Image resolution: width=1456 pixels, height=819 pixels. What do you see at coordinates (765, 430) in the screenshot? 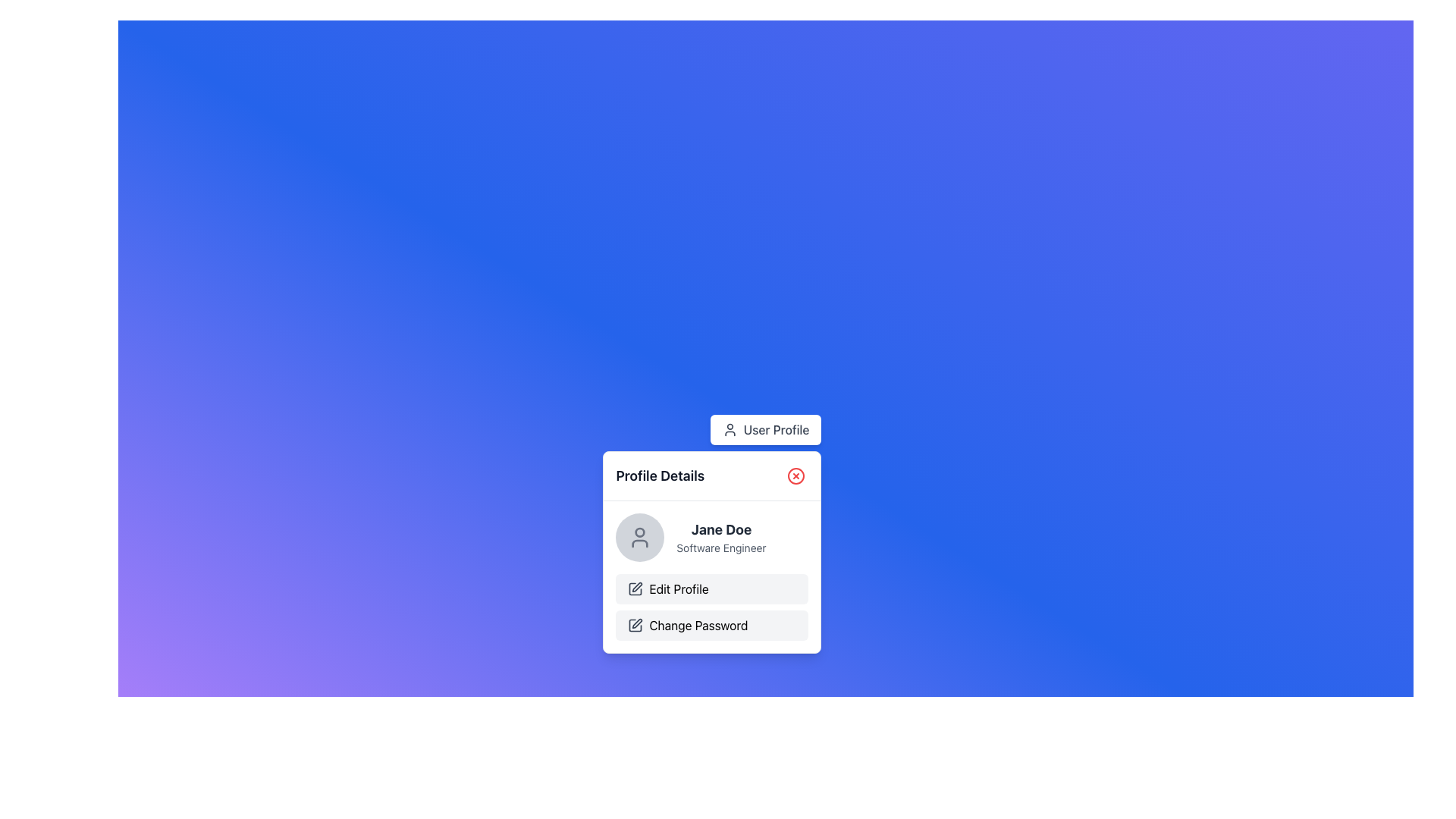
I see `the 'User Profile' button, which is a rectangular button with a white background and rounded corners, located centrally at the top of the profile details section` at bounding box center [765, 430].